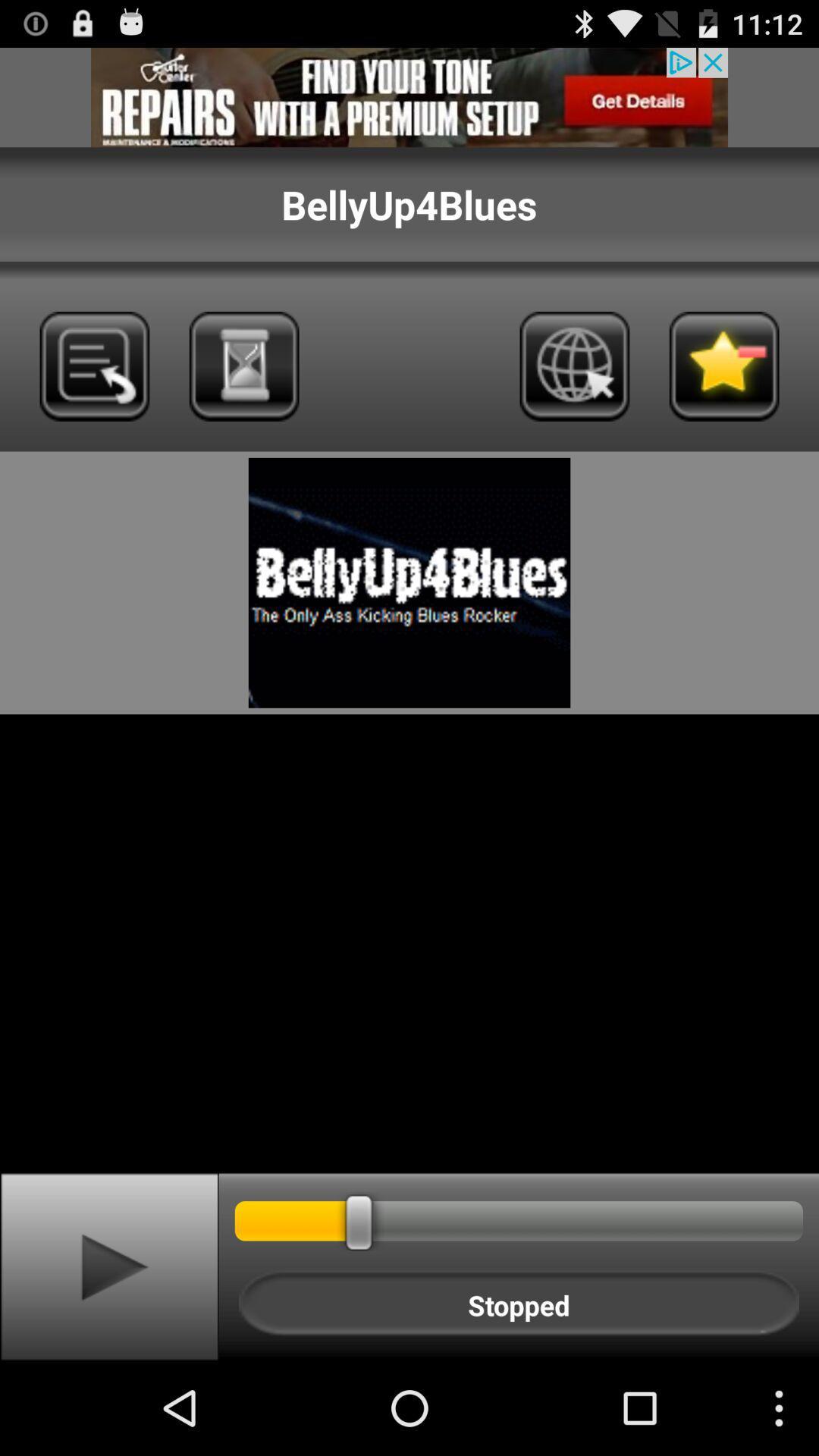  I want to click on the globe icon, so click(574, 392).